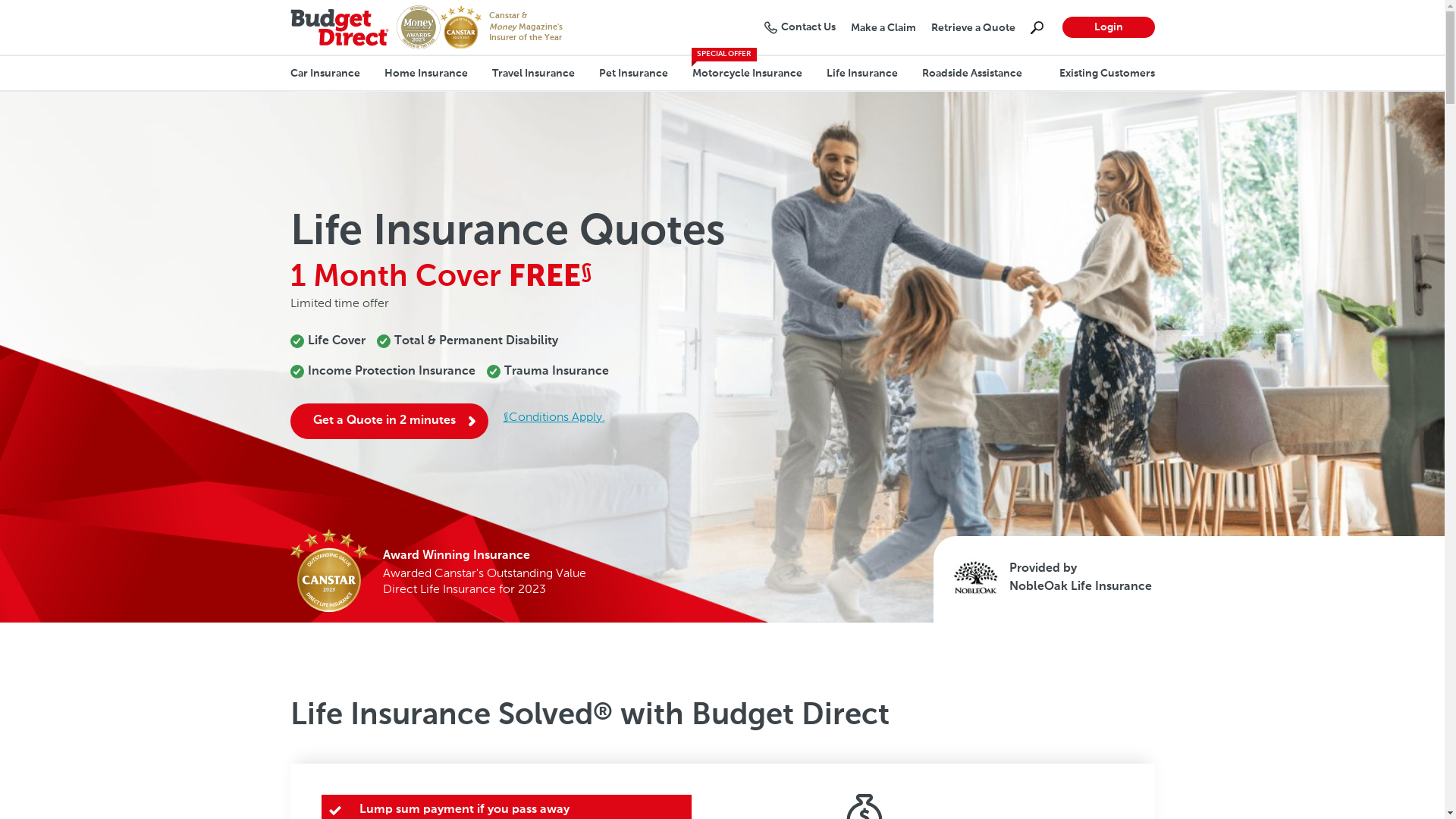  What do you see at coordinates (532, 74) in the screenshot?
I see `'Travel Insurance'` at bounding box center [532, 74].